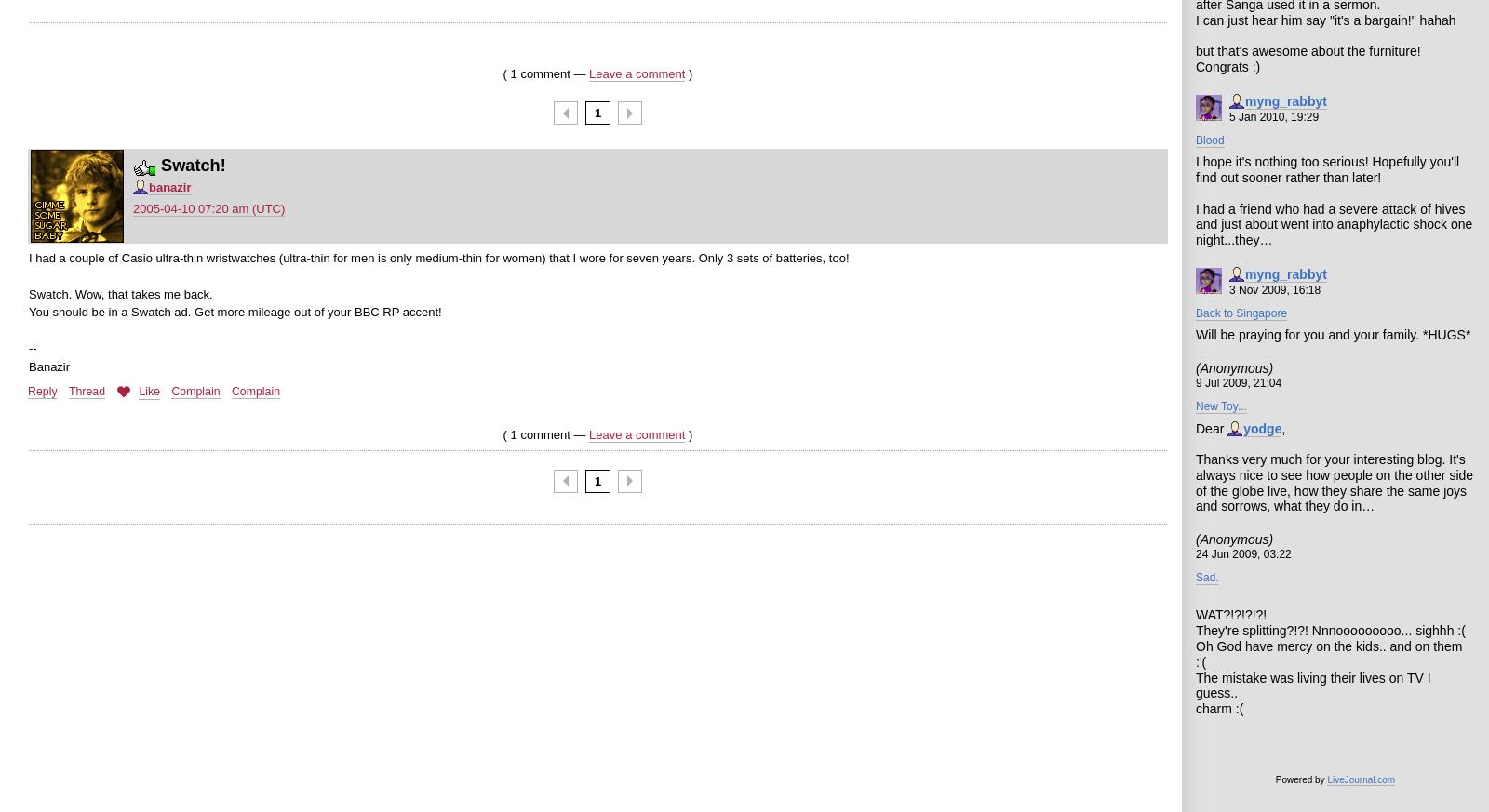 This screenshot has width=1489, height=812. What do you see at coordinates (85, 390) in the screenshot?
I see `'Thread'` at bounding box center [85, 390].